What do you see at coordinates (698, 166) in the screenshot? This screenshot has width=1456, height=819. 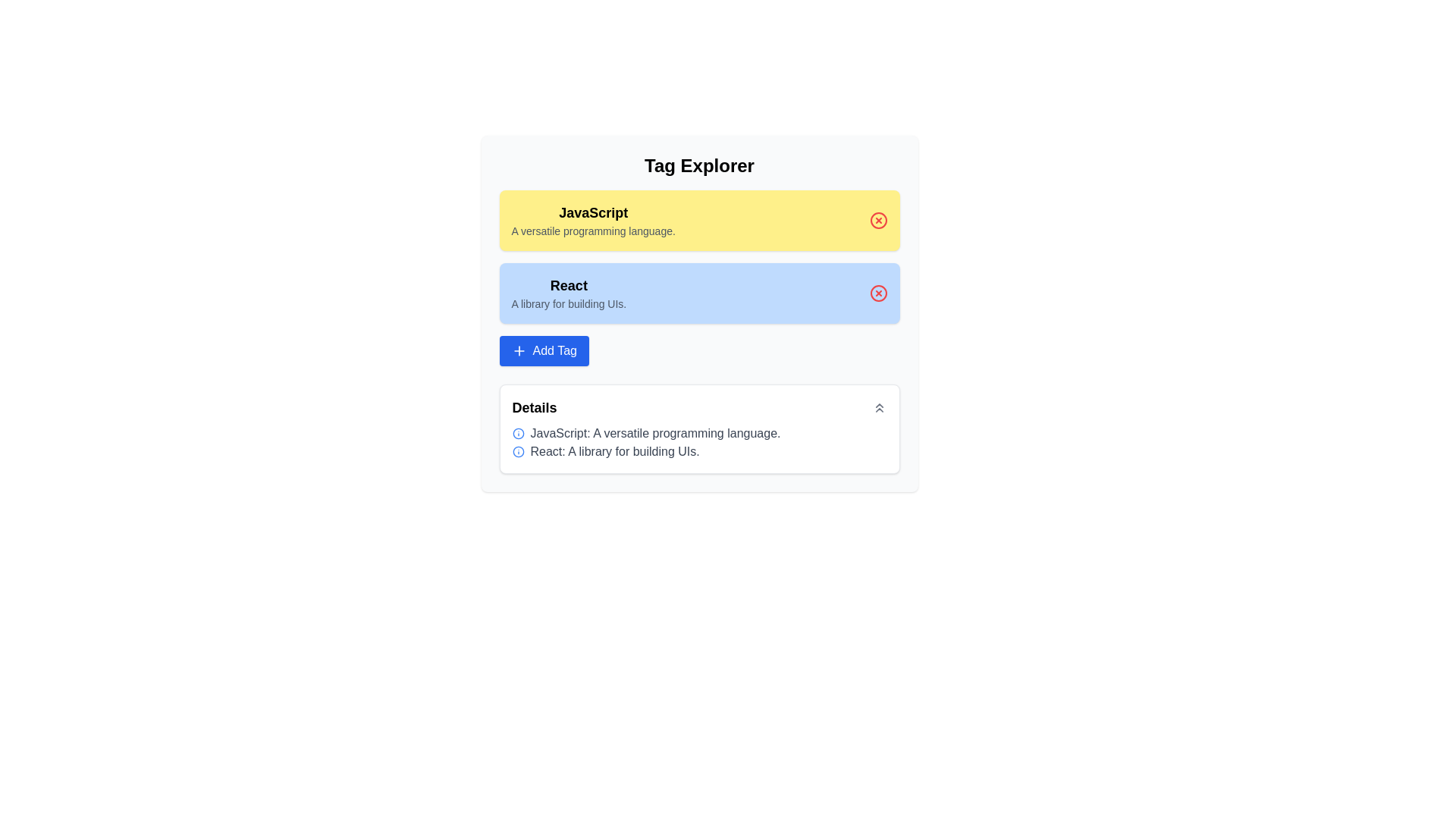 I see `the 'Tag Explorer' header text, which is prominently displayed at the top of the box and styled in a bold, large font` at bounding box center [698, 166].